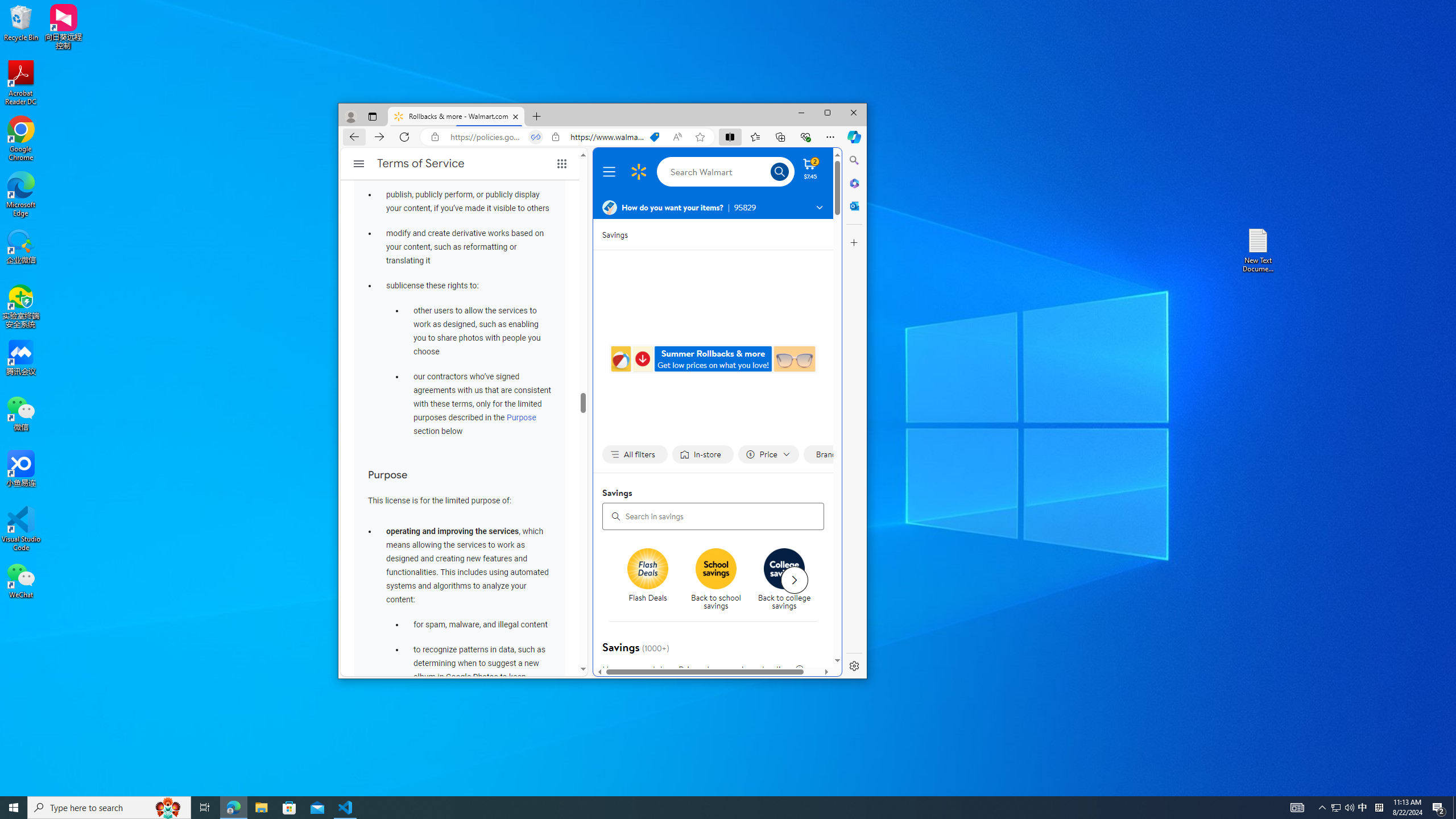 This screenshot has height=819, width=1456. What do you see at coordinates (1296, 806) in the screenshot?
I see `'AutomationID: 4105'` at bounding box center [1296, 806].